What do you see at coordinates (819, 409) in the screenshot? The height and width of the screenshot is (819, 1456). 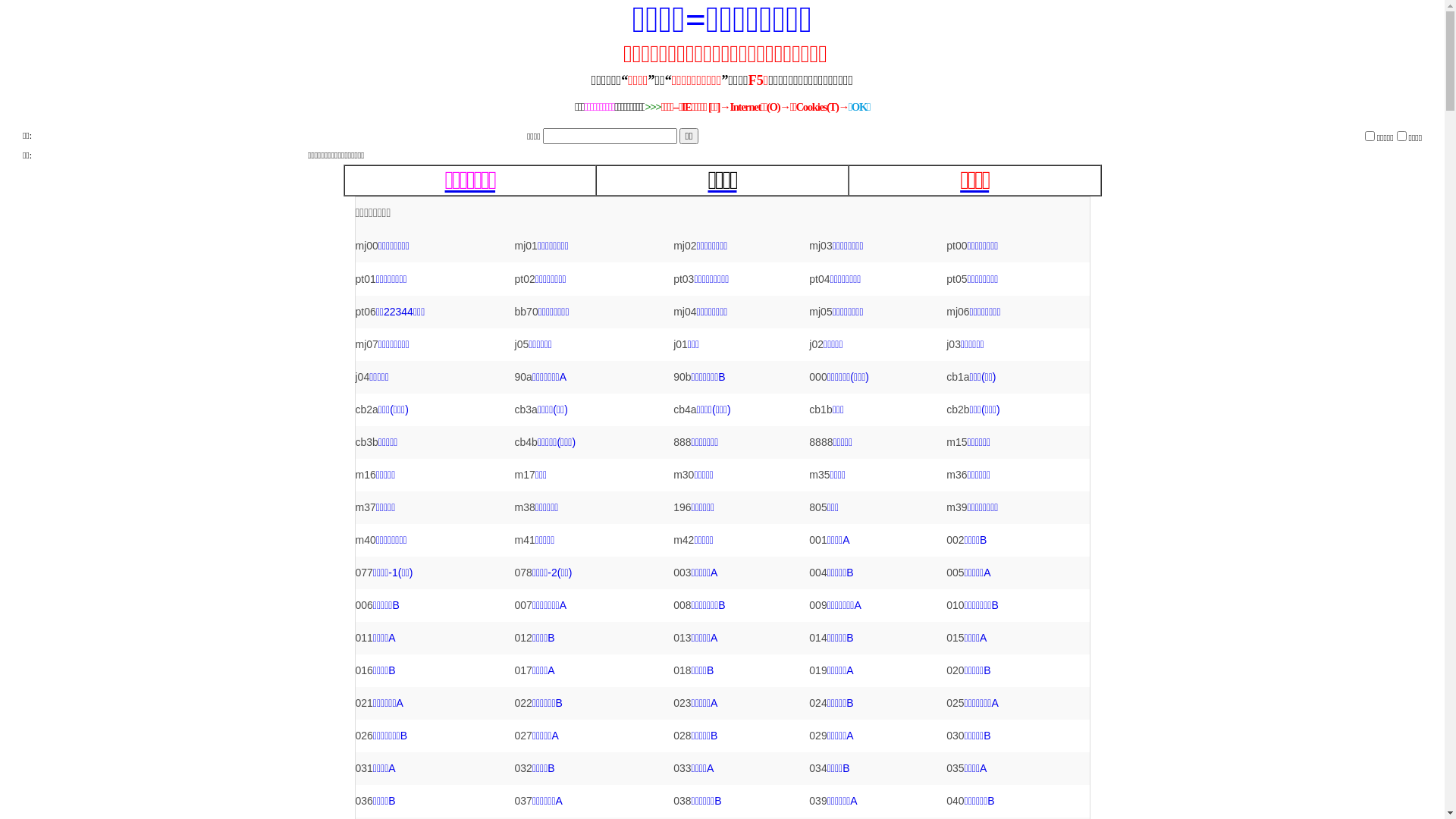 I see `'cb1b'` at bounding box center [819, 409].